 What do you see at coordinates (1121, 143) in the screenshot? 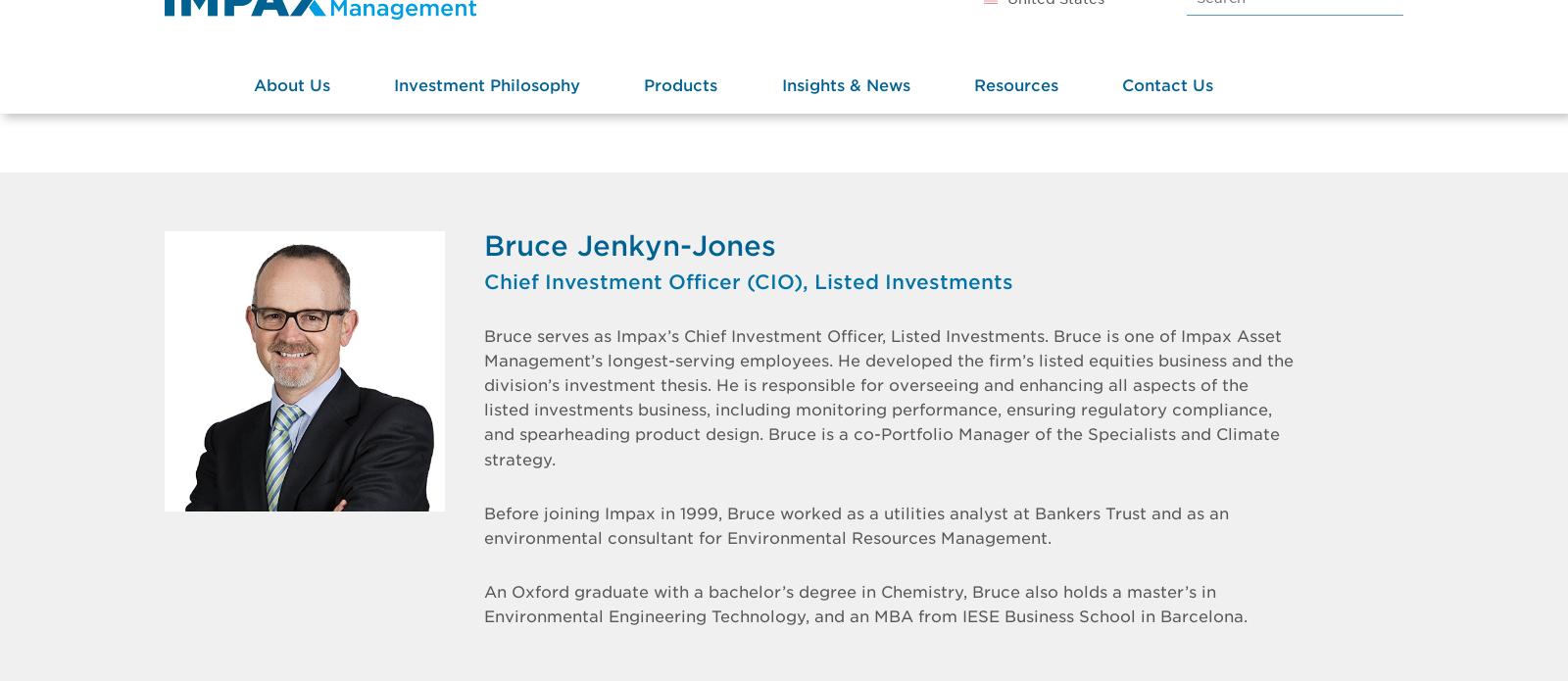
I see `'Contact'` at bounding box center [1121, 143].